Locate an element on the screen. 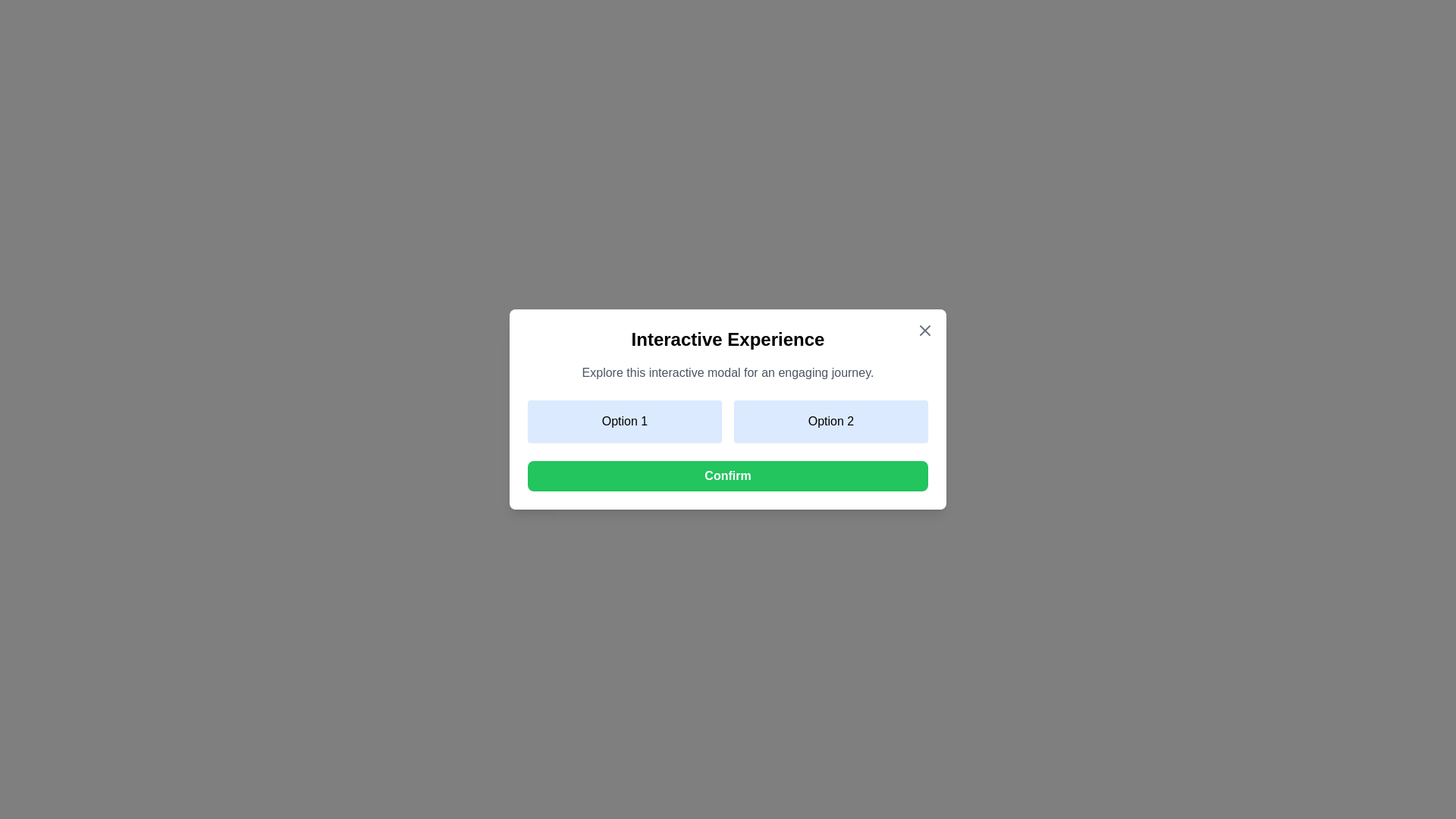 The height and width of the screenshot is (819, 1456). the static text element that provides context or guidance for the interactive modal, located below the heading 'Interactive Experience' and above the buttons 'Option 1' and 'Option 2' is located at coordinates (728, 373).